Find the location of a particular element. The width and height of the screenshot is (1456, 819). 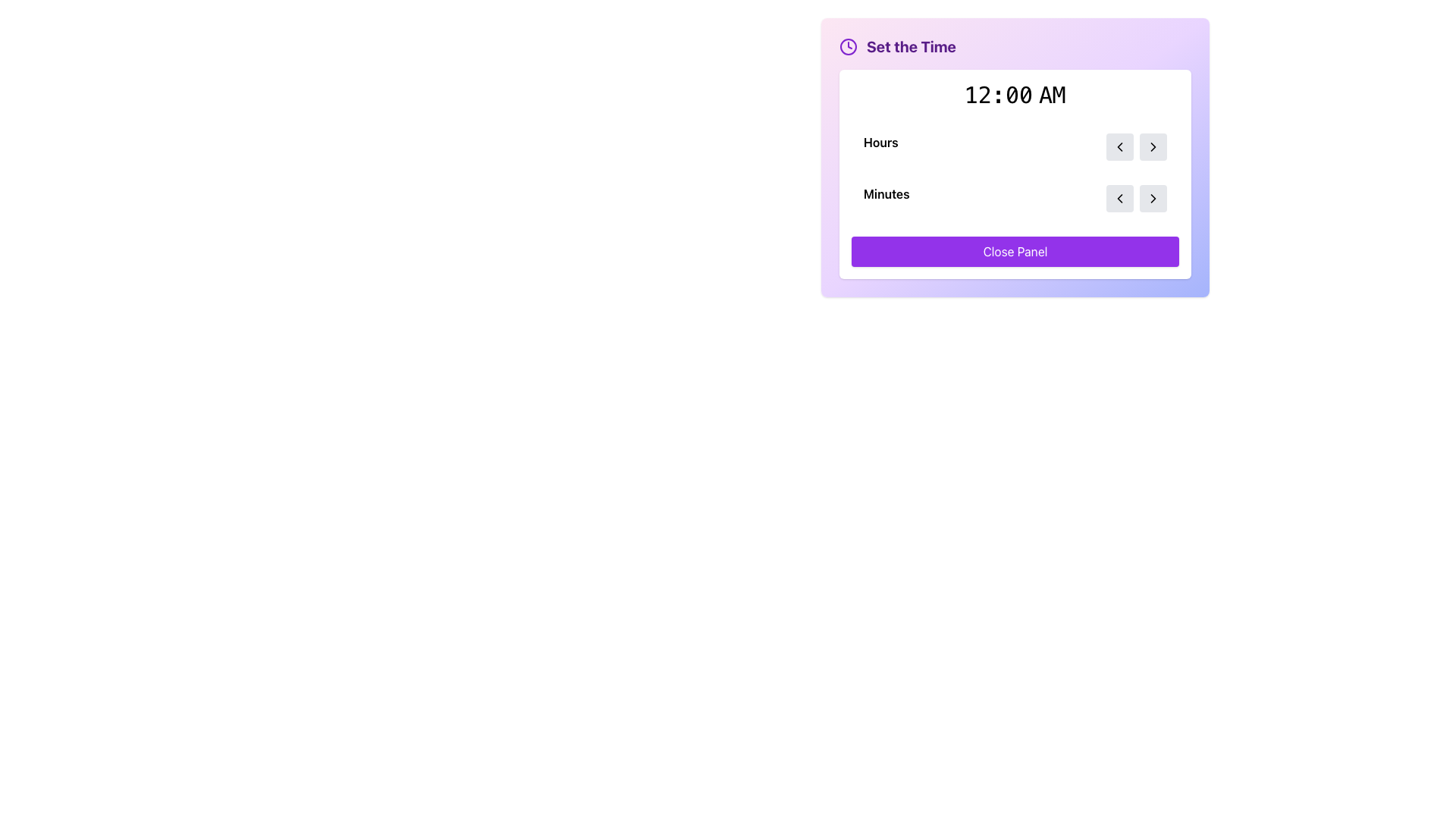

the vibrant purple 'Close Panel' button with rounded corners, which is centered beneath the 'Hours' and 'Minutes' rows in the 'Set the Time' panel is located at coordinates (1015, 250).